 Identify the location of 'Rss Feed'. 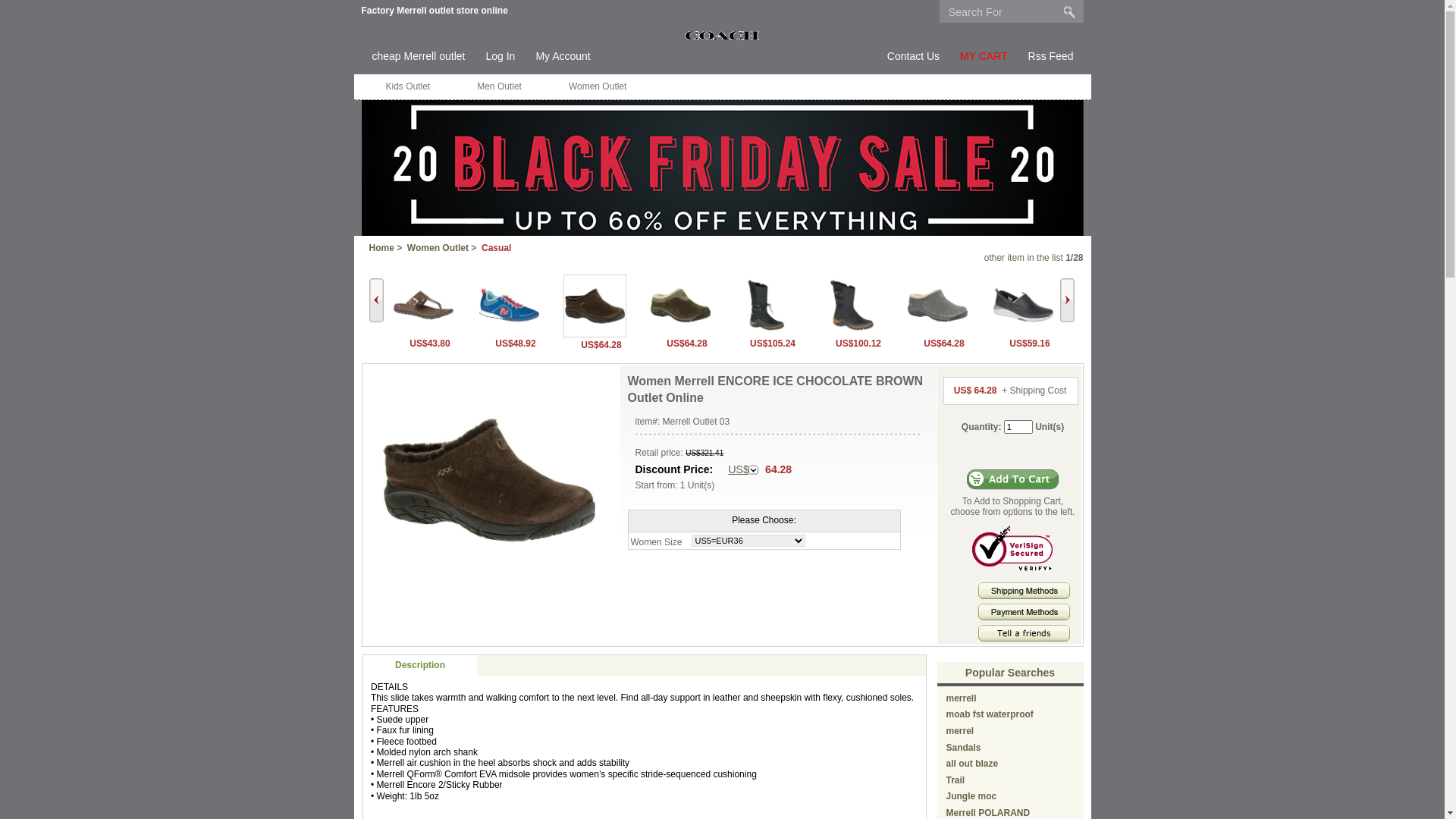
(1050, 55).